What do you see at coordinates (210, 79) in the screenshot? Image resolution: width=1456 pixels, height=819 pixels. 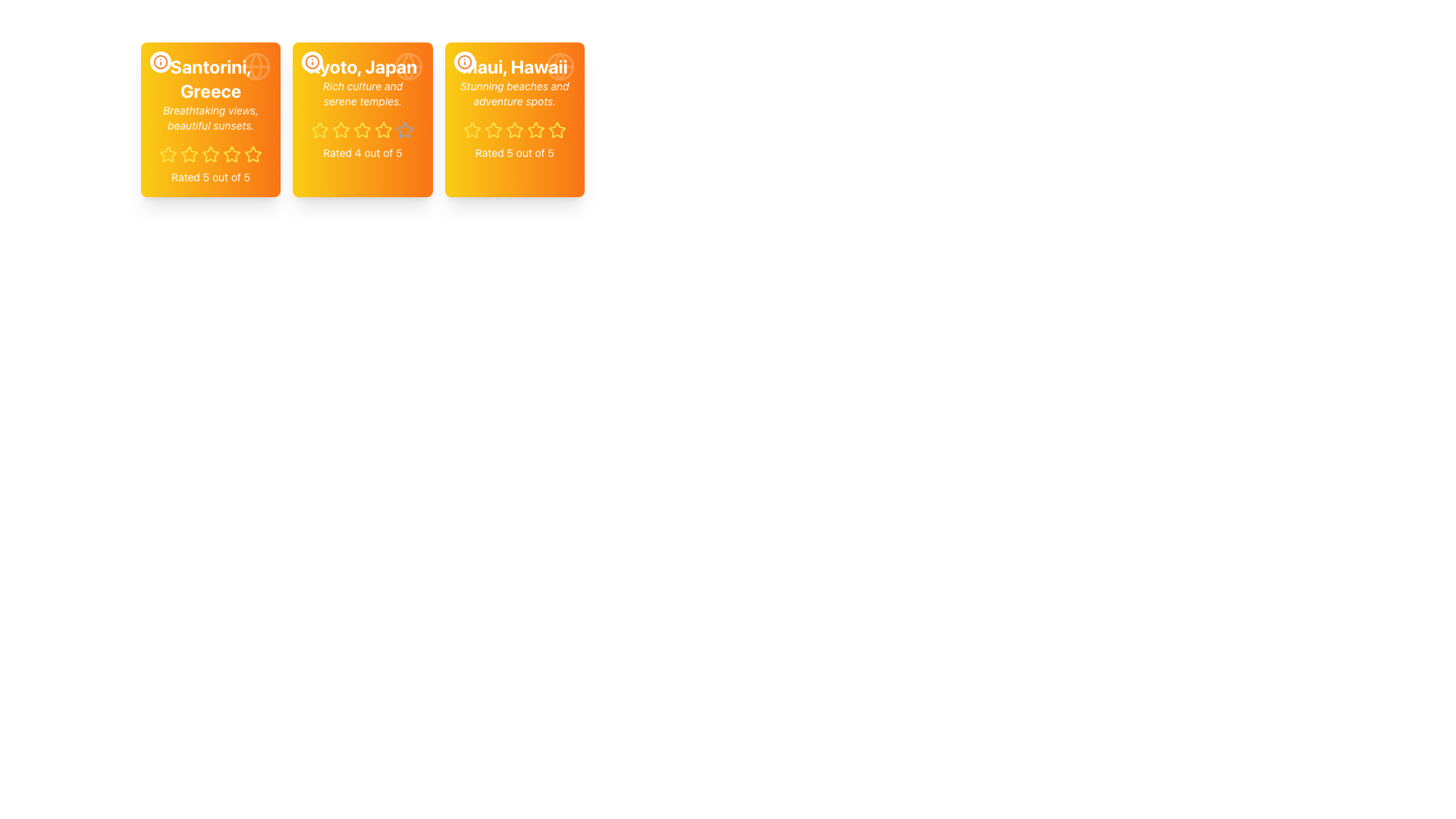 I see `the title text element 'Santorini, Greece' located at the top of the card, which is the leftmost in a sequence of three cards` at bounding box center [210, 79].